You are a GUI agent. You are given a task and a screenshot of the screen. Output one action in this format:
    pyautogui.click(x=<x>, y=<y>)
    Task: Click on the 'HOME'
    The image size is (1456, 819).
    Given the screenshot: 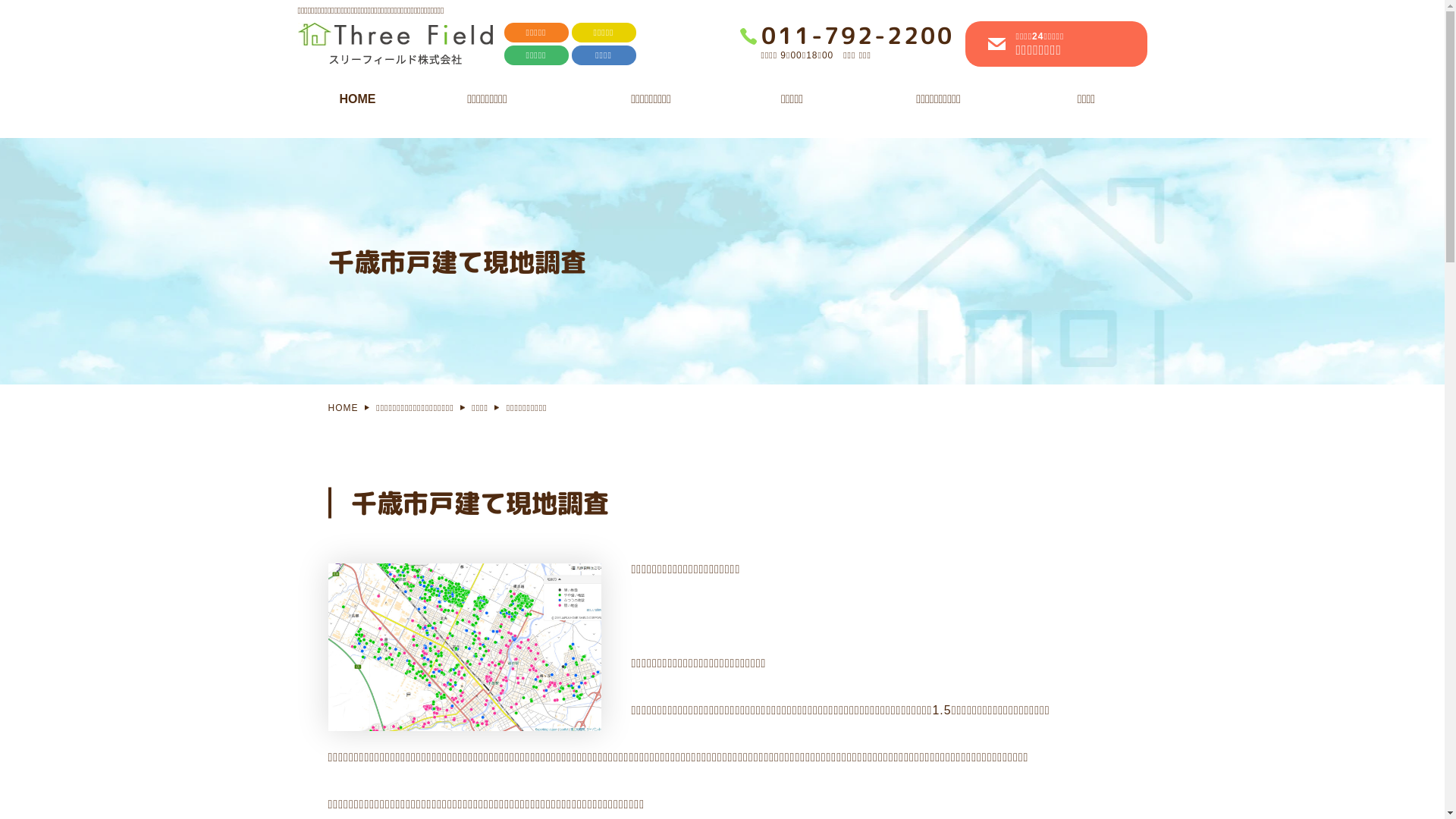 What is the action you would take?
    pyautogui.click(x=327, y=406)
    